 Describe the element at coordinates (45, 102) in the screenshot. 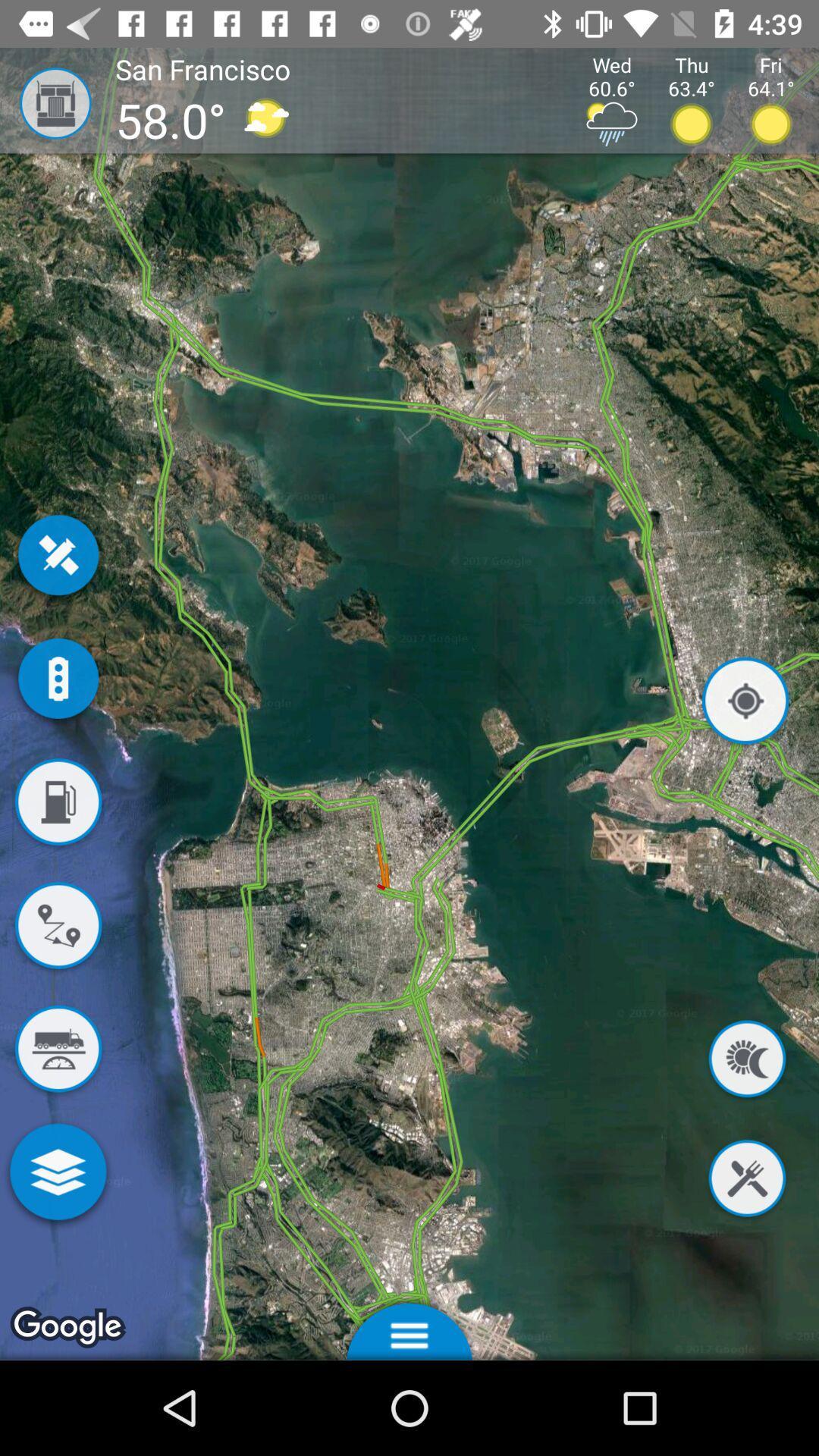

I see `the icon to the left of the san francisco` at that location.